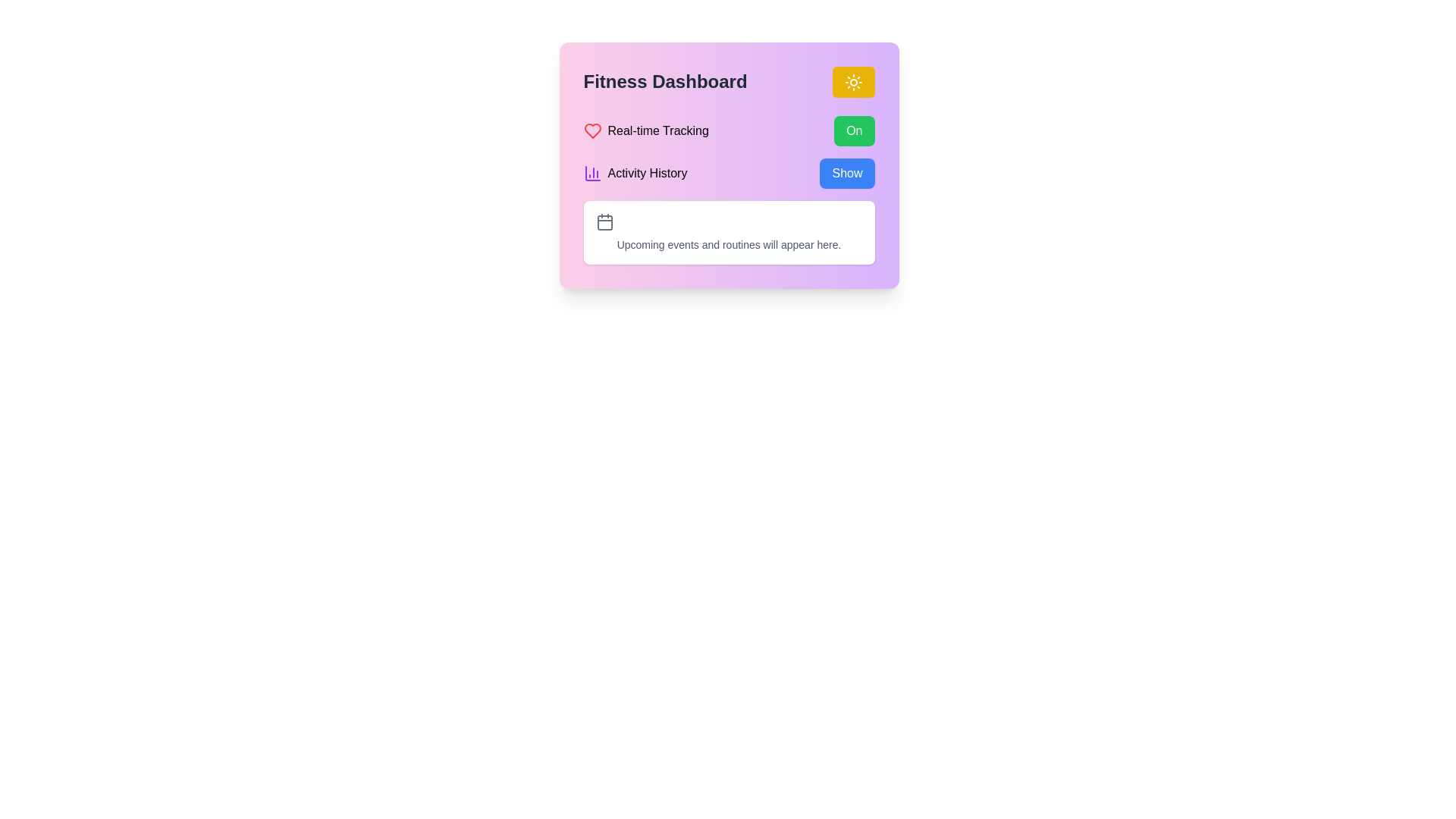 This screenshot has height=819, width=1456. Describe the element at coordinates (853, 82) in the screenshot. I see `the sun-shaped SVG icon located at the top-right corner of the 'Fitness Dashboard'` at that location.